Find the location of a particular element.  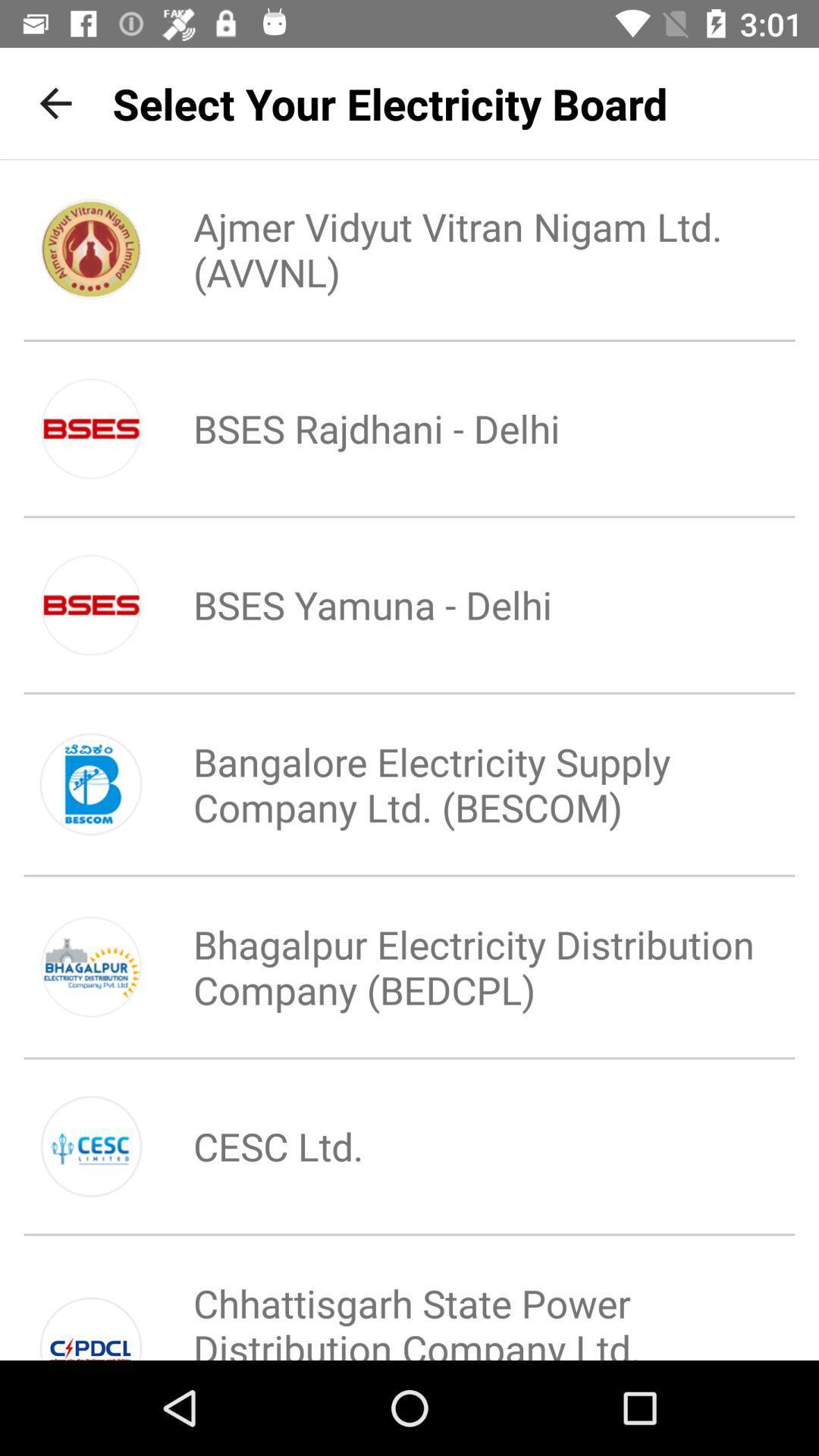

the bhagalpur electricity distribution is located at coordinates (460, 966).